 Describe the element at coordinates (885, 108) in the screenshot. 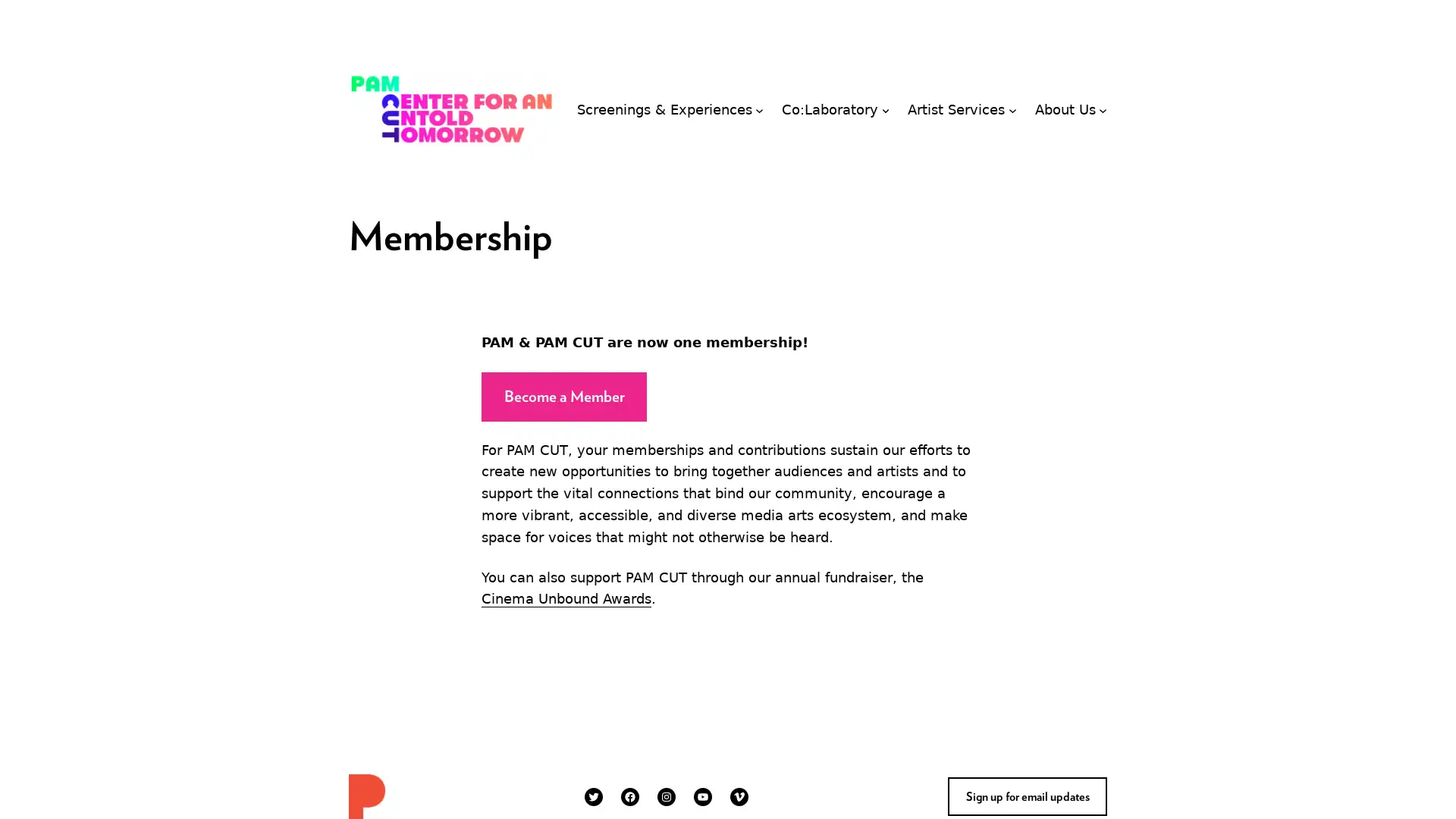

I see `Co:Laboratory submenu` at that location.